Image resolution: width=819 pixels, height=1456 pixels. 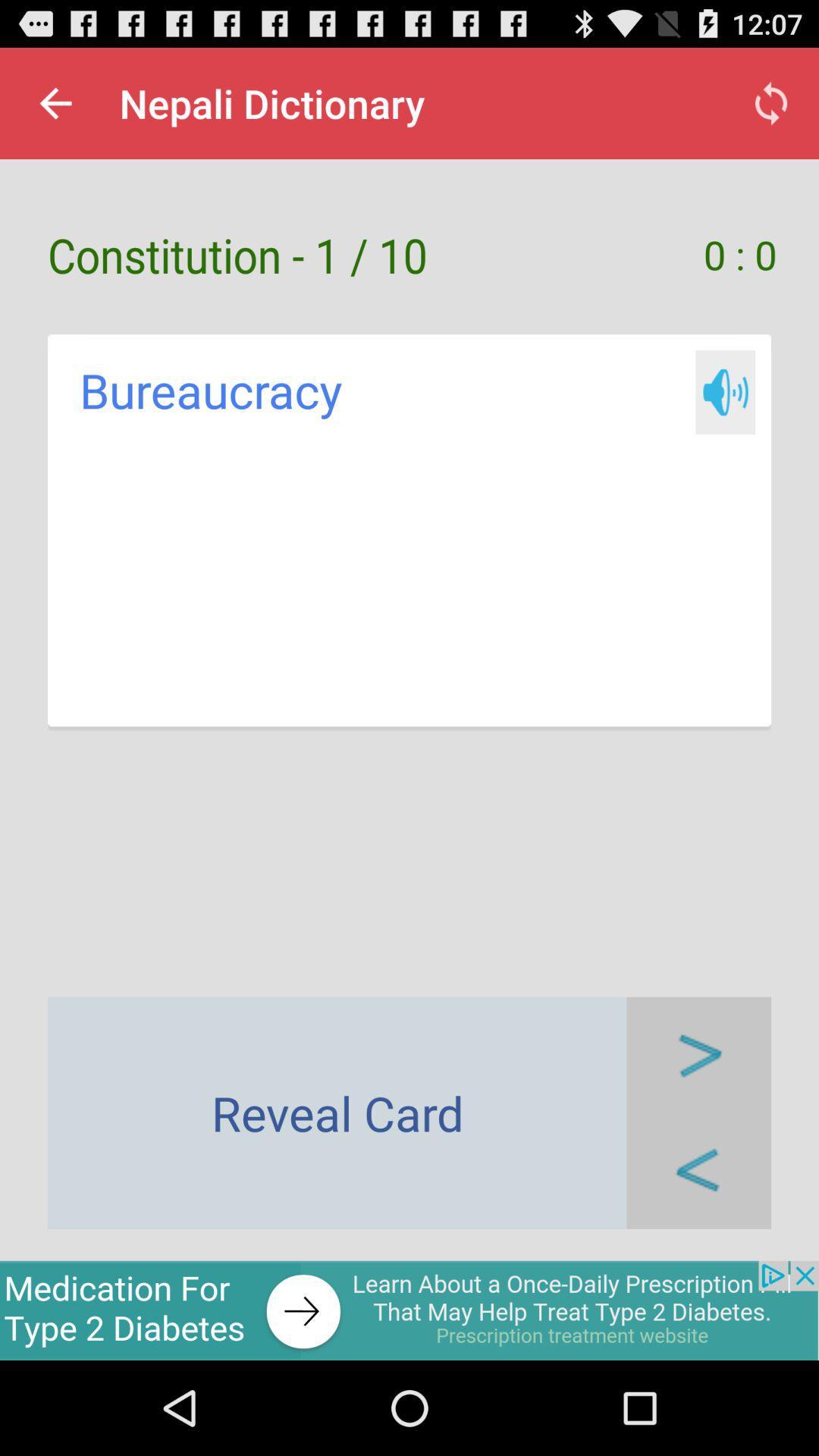 What do you see at coordinates (698, 1054) in the screenshot?
I see `reveal next card` at bounding box center [698, 1054].